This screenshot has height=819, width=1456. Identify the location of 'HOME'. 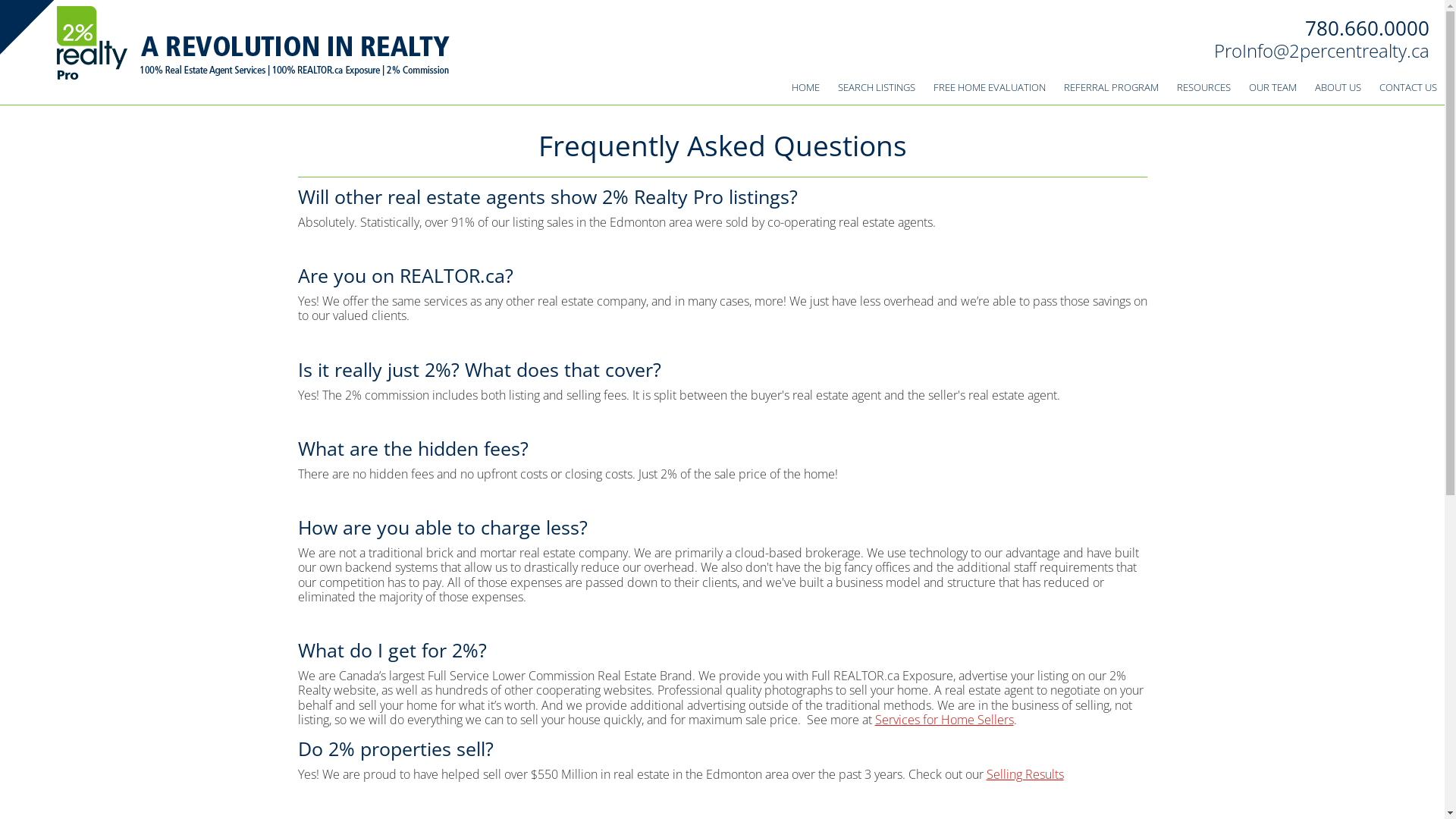
(783, 87).